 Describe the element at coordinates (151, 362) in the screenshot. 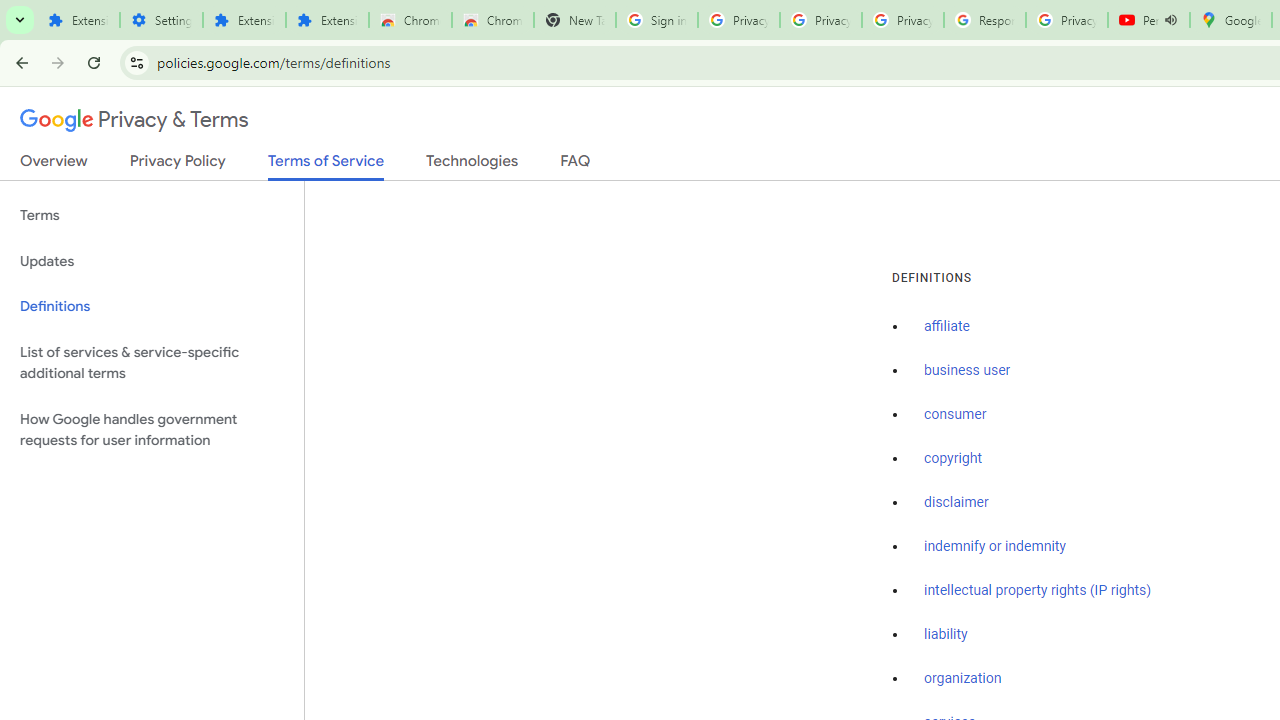

I see `'List of services & service-specific additional terms'` at that location.